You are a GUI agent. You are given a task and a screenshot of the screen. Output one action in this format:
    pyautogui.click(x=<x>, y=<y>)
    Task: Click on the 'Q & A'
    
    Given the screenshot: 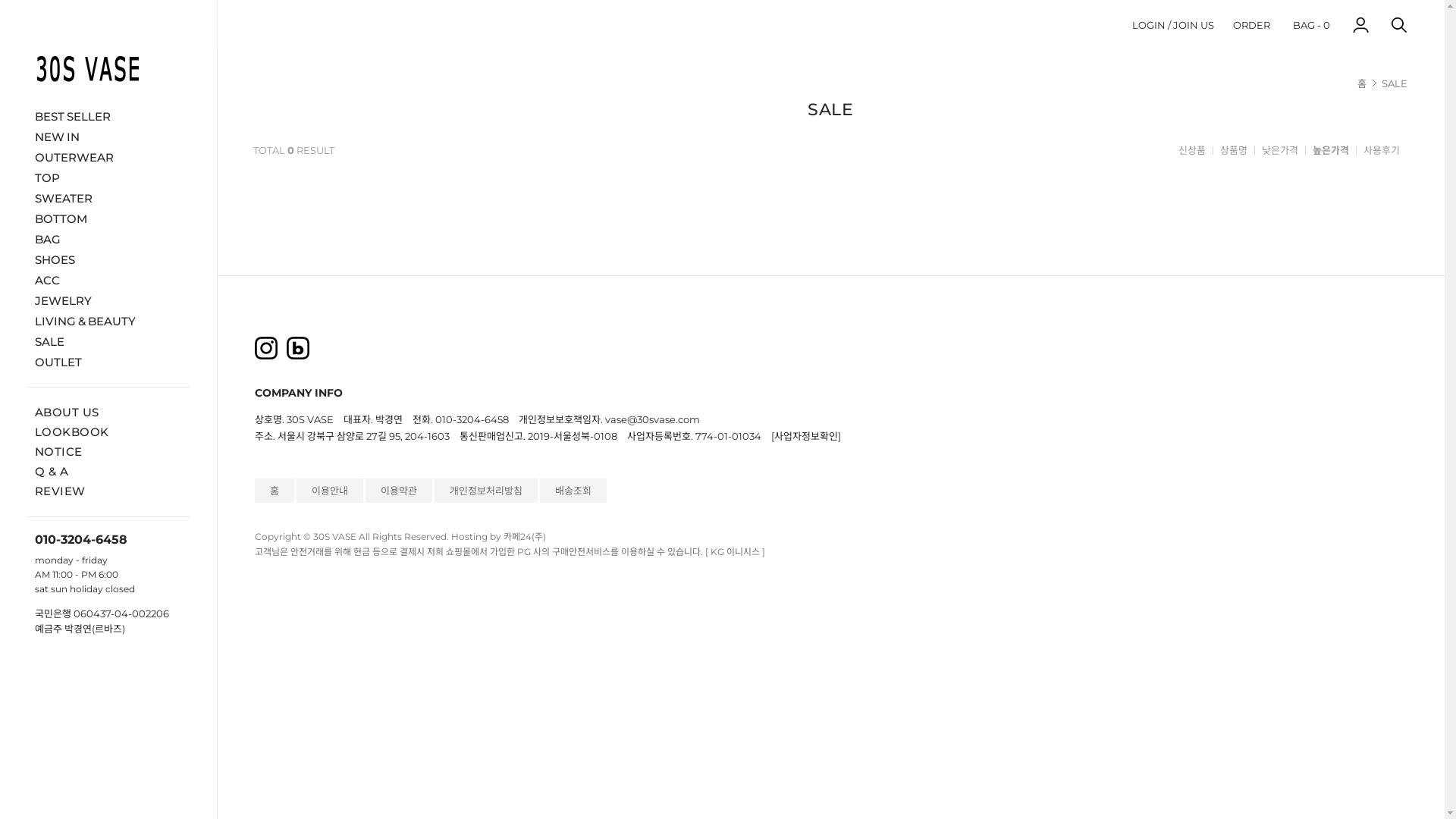 What is the action you would take?
    pyautogui.click(x=52, y=470)
    